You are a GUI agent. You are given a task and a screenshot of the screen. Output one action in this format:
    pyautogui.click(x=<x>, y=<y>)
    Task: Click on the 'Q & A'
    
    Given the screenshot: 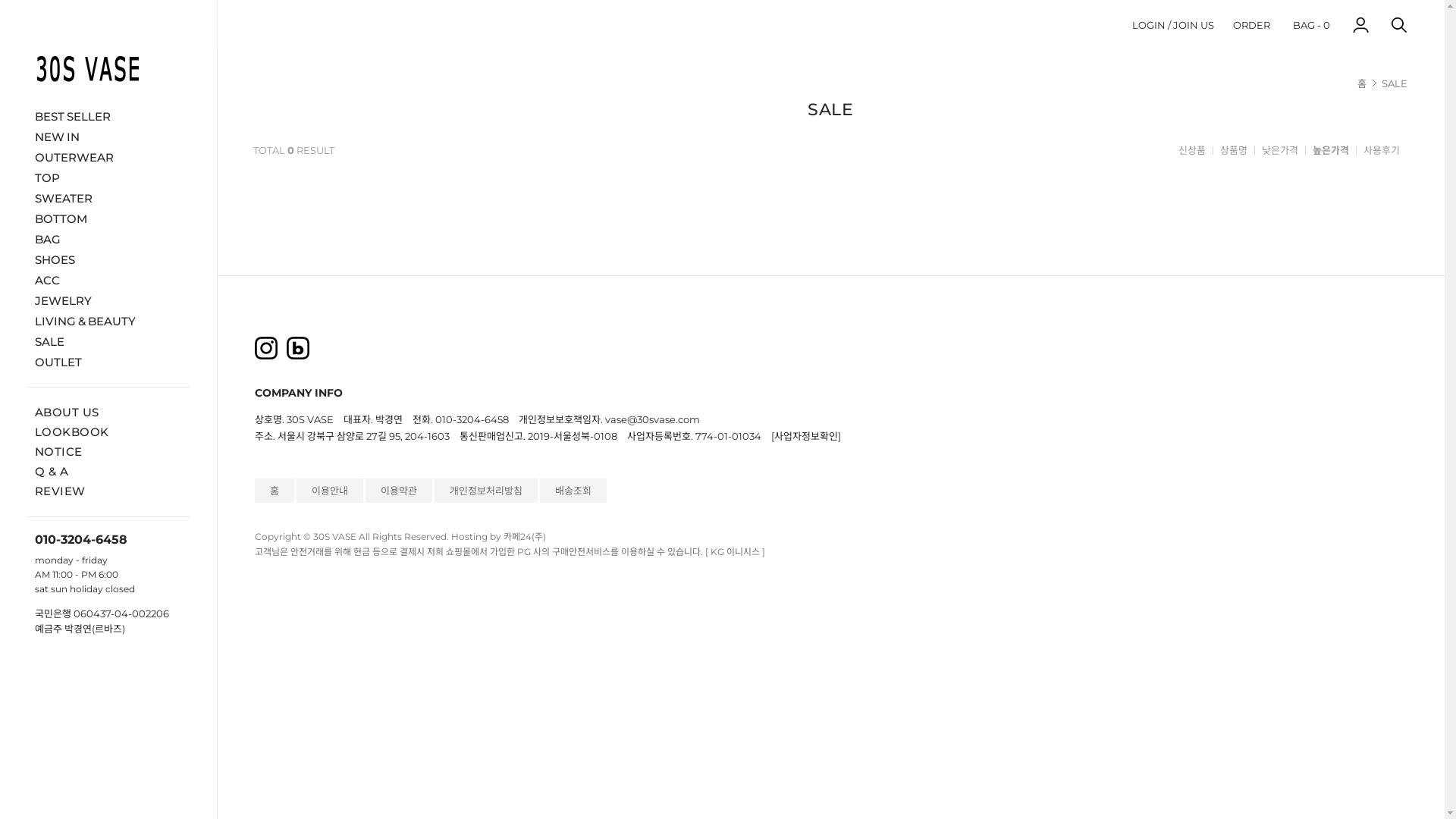 What is the action you would take?
    pyautogui.click(x=52, y=470)
    